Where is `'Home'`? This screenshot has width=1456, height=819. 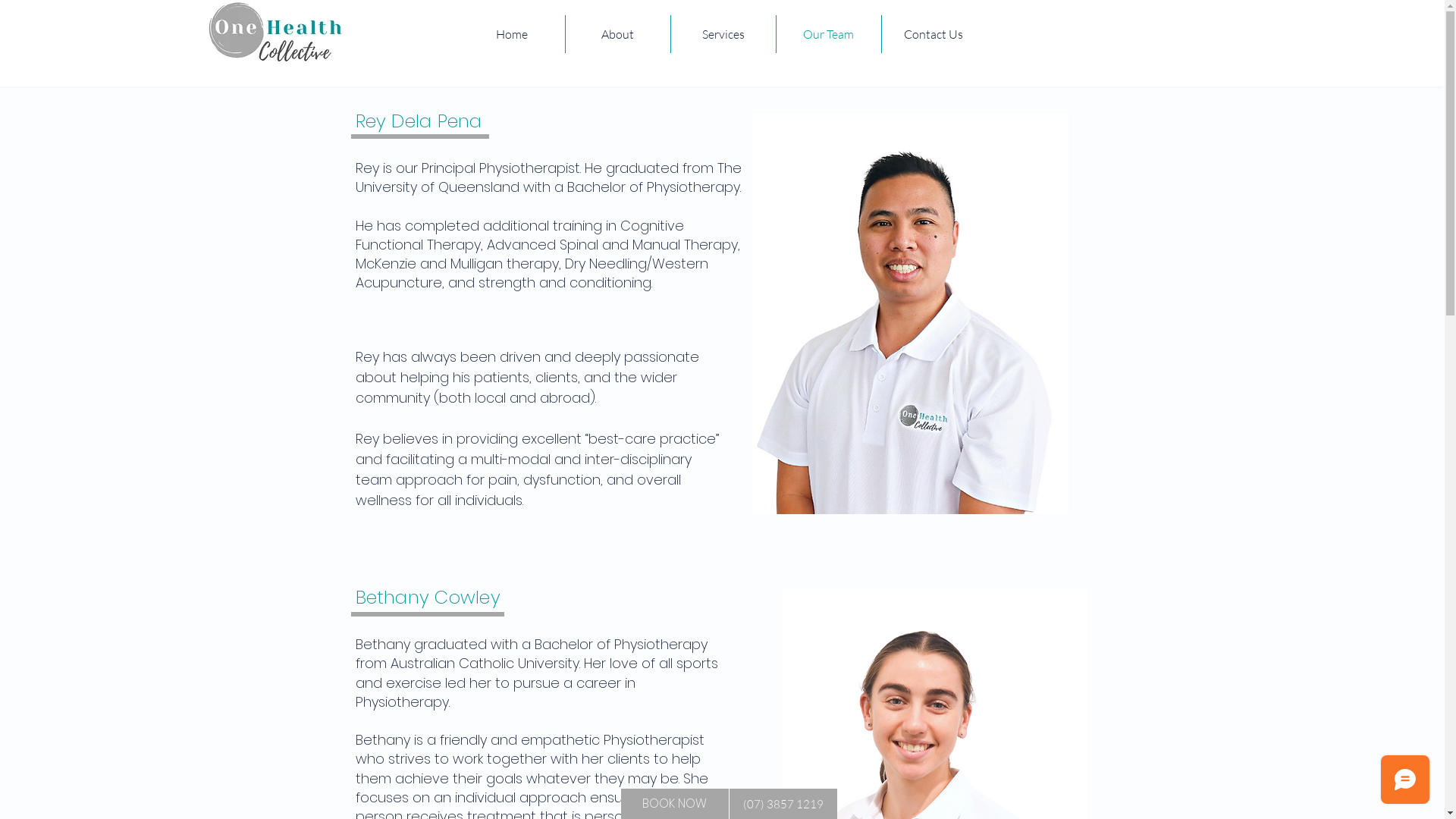 'Home' is located at coordinates (512, 34).